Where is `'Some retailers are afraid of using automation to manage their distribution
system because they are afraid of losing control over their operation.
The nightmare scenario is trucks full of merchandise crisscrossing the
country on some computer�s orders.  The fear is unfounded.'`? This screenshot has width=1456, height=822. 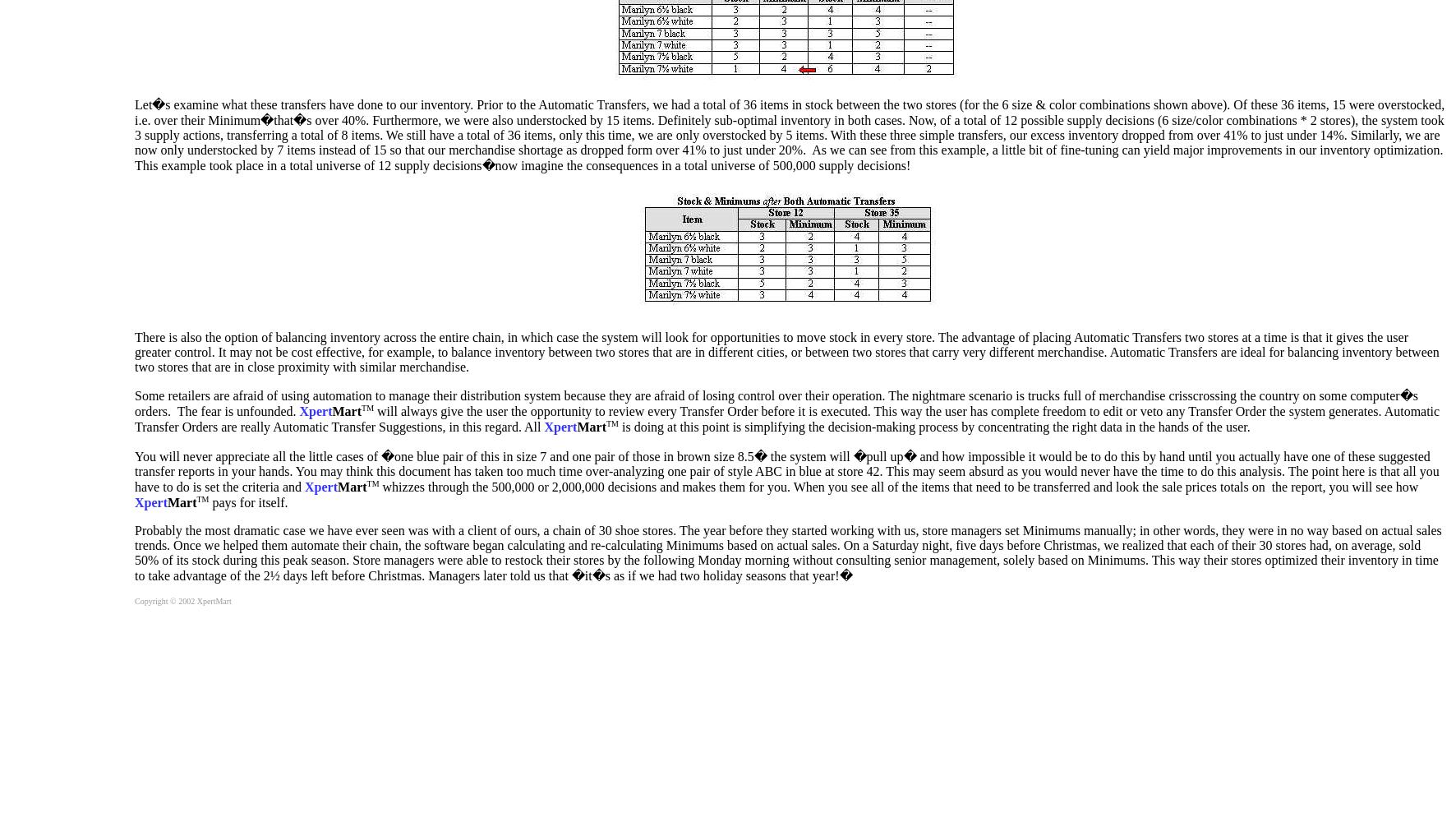 'Some retailers are afraid of using automation to manage their distribution
system because they are afraid of losing control over their operation.
The nightmare scenario is trucks full of merchandise crisscrossing the
country on some computer�s orders.  The fear is unfounded.' is located at coordinates (135, 403).